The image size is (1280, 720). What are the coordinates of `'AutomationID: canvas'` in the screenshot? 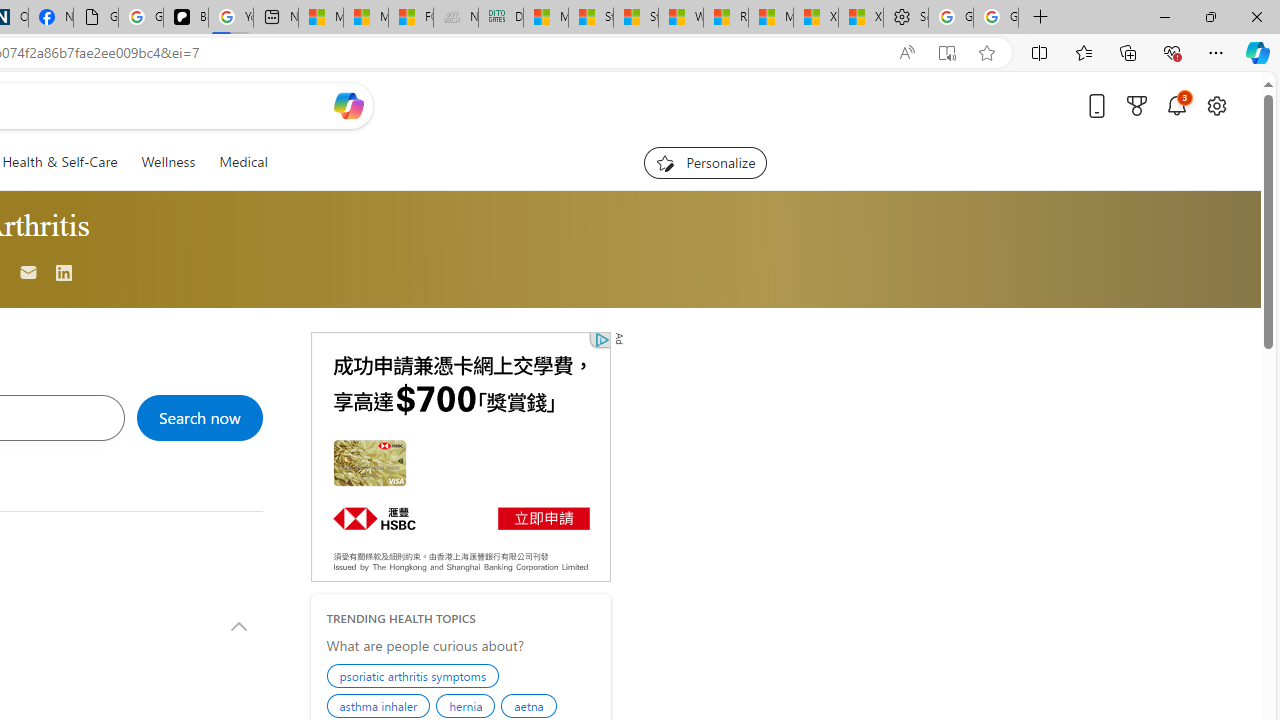 It's located at (459, 456).